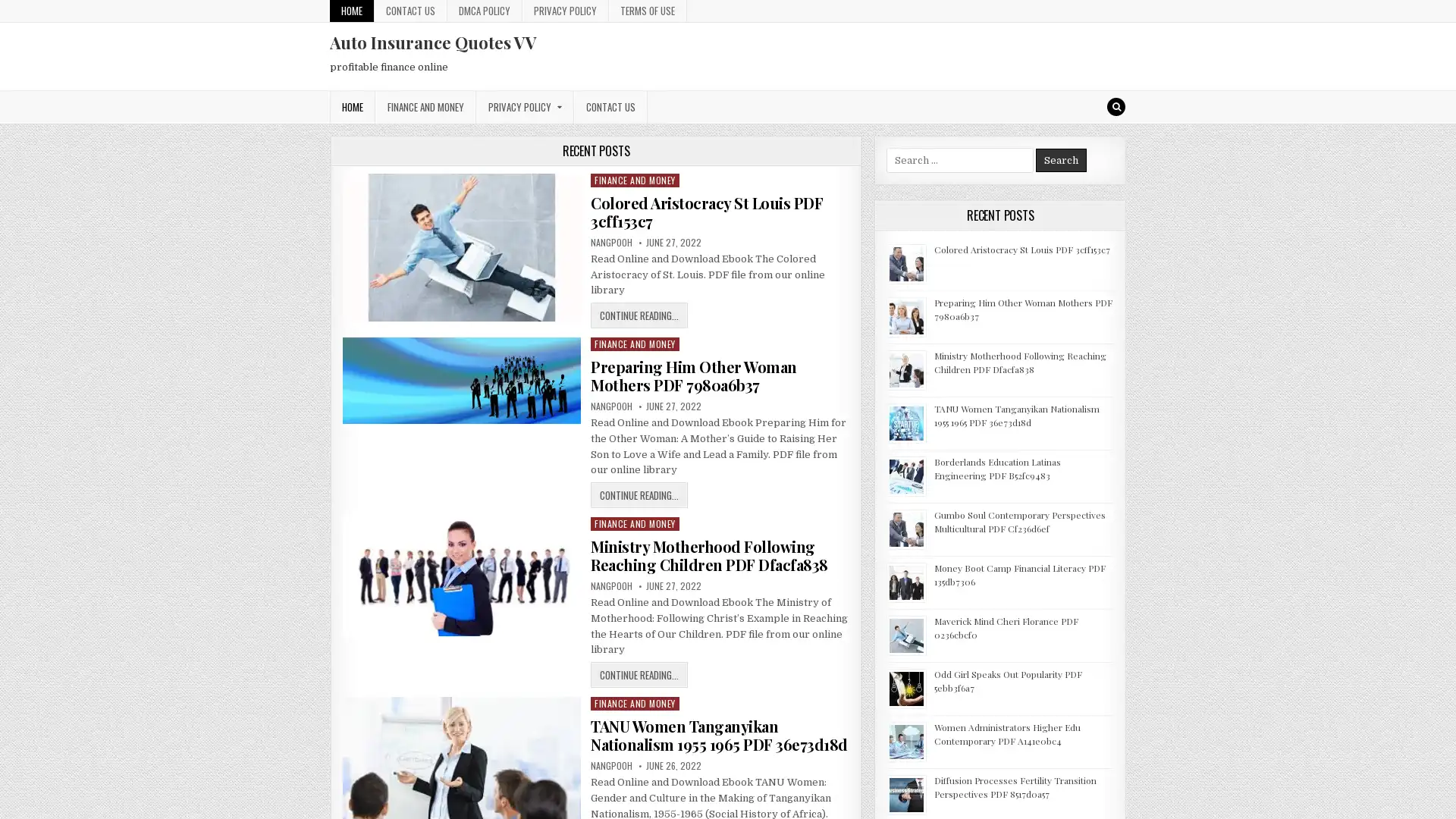  Describe the element at coordinates (1060, 160) in the screenshot. I see `Search` at that location.